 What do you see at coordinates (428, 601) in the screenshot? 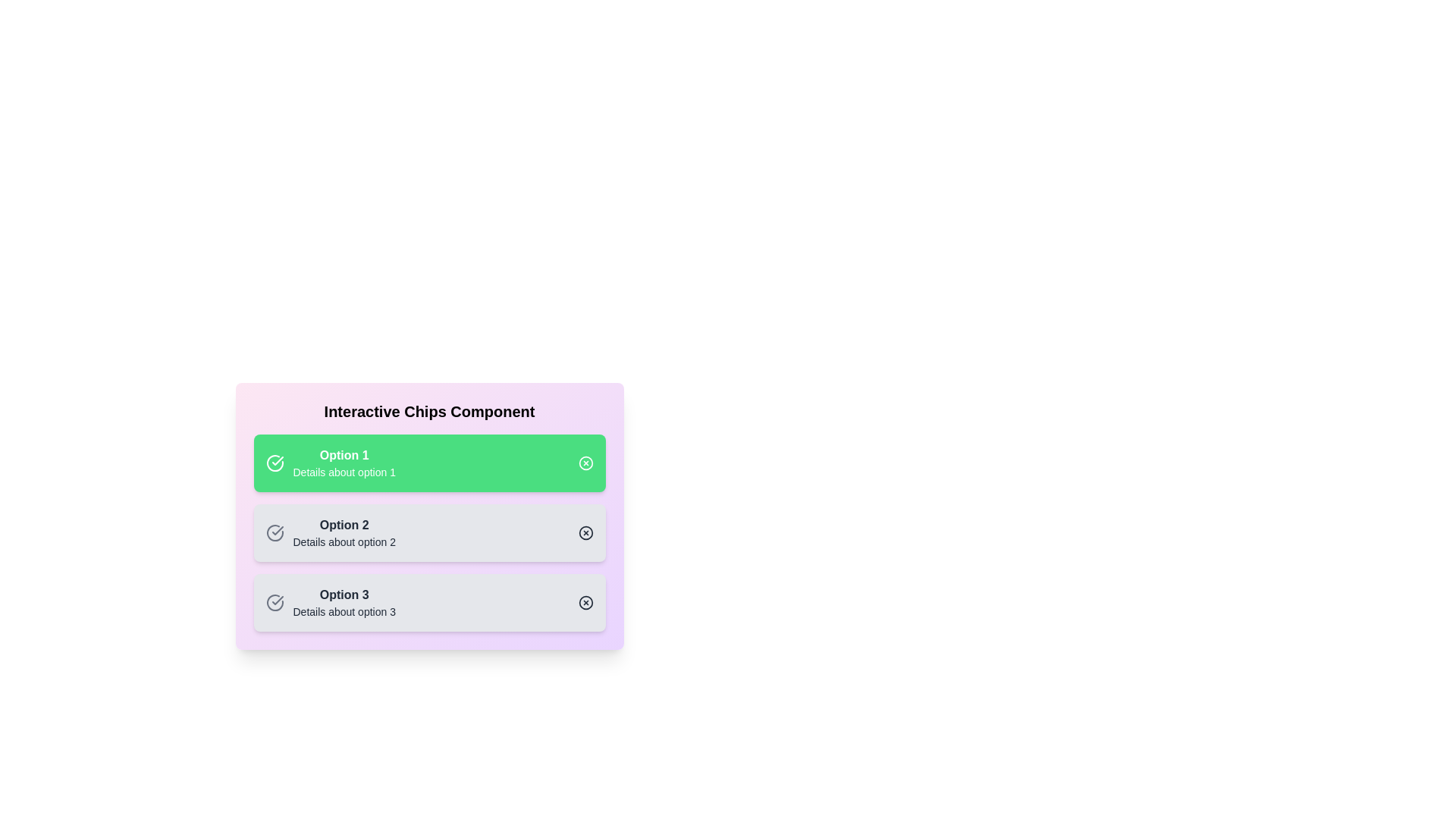
I see `the chip corresponding to Option 3` at bounding box center [428, 601].